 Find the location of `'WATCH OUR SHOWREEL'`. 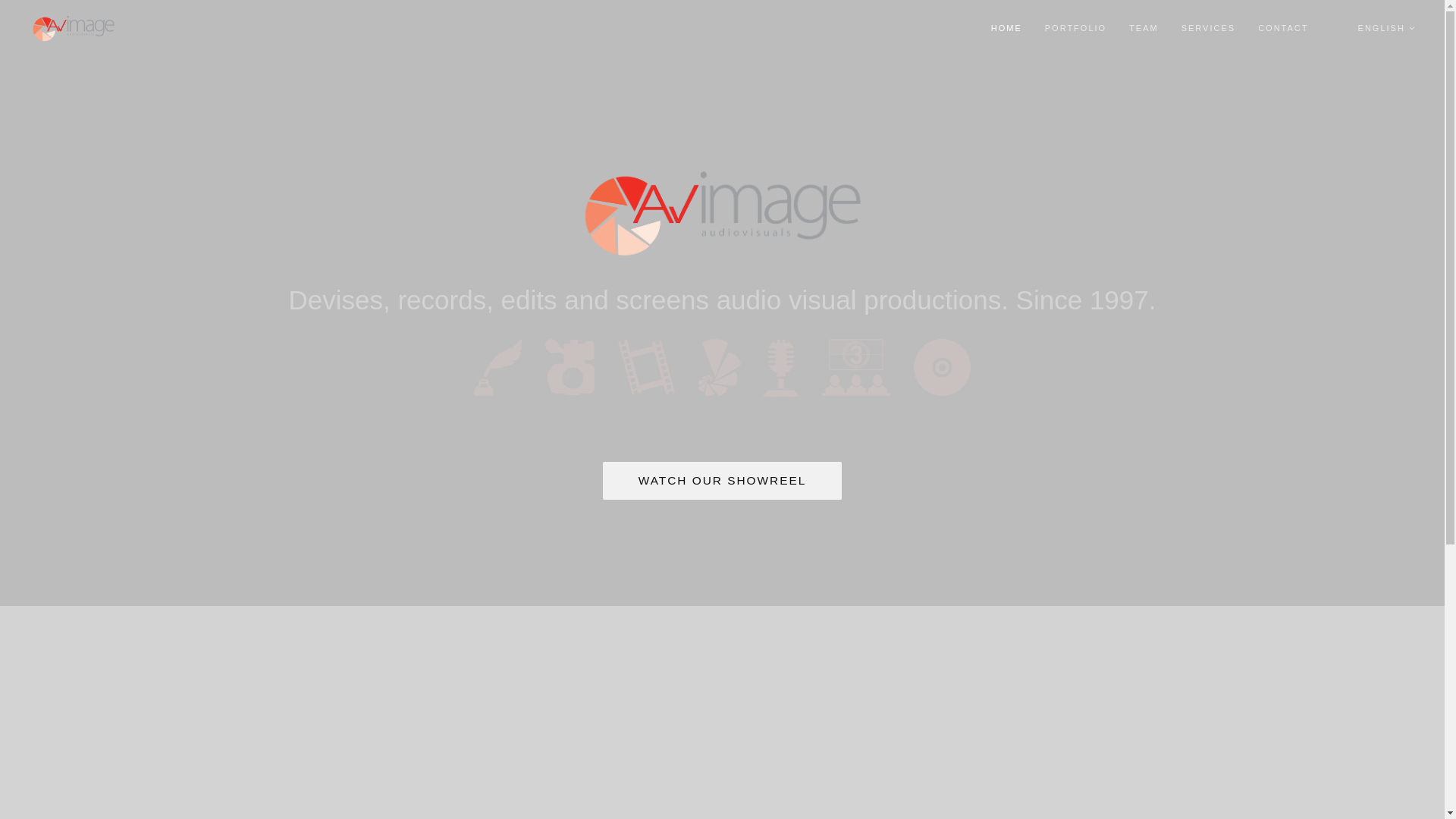

'WATCH OUR SHOWREEL' is located at coordinates (722, 479).